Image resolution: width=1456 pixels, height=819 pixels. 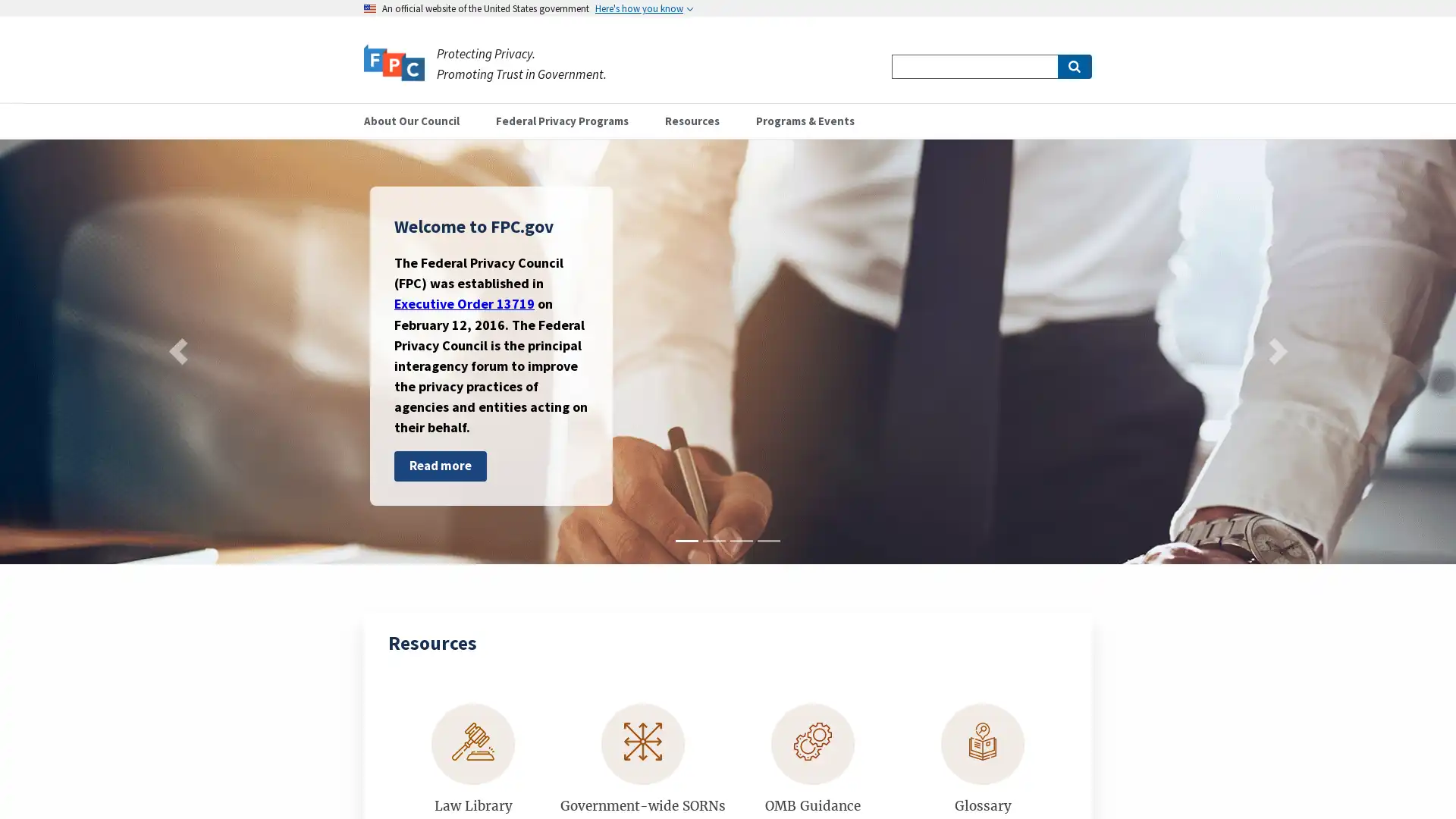 What do you see at coordinates (1073, 66) in the screenshot?
I see `Search` at bounding box center [1073, 66].